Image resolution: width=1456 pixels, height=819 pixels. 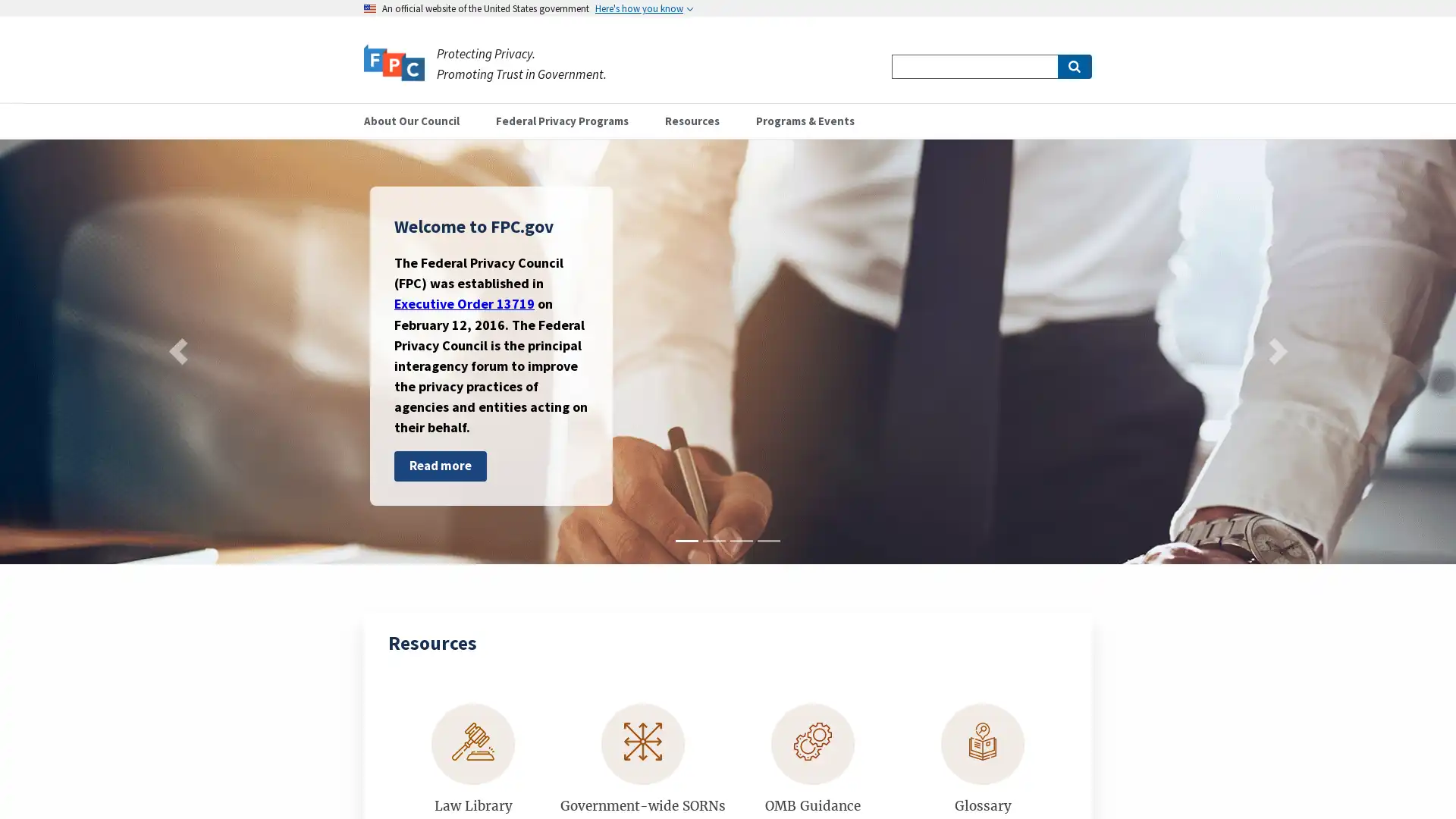 What do you see at coordinates (1073, 66) in the screenshot?
I see `Search` at bounding box center [1073, 66].